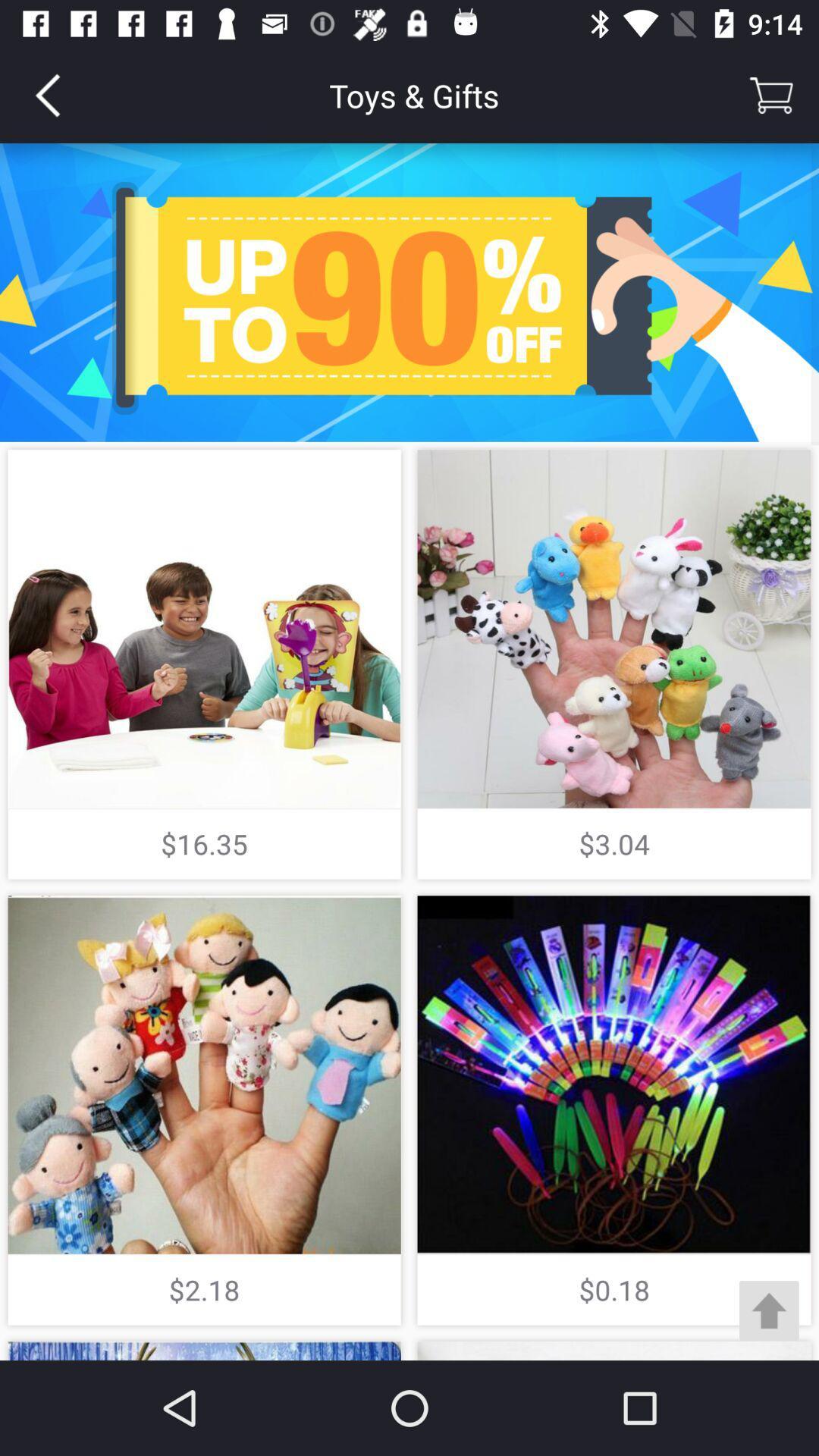 The height and width of the screenshot is (1456, 819). What do you see at coordinates (769, 1310) in the screenshot?
I see `option to scroll the page quickly` at bounding box center [769, 1310].